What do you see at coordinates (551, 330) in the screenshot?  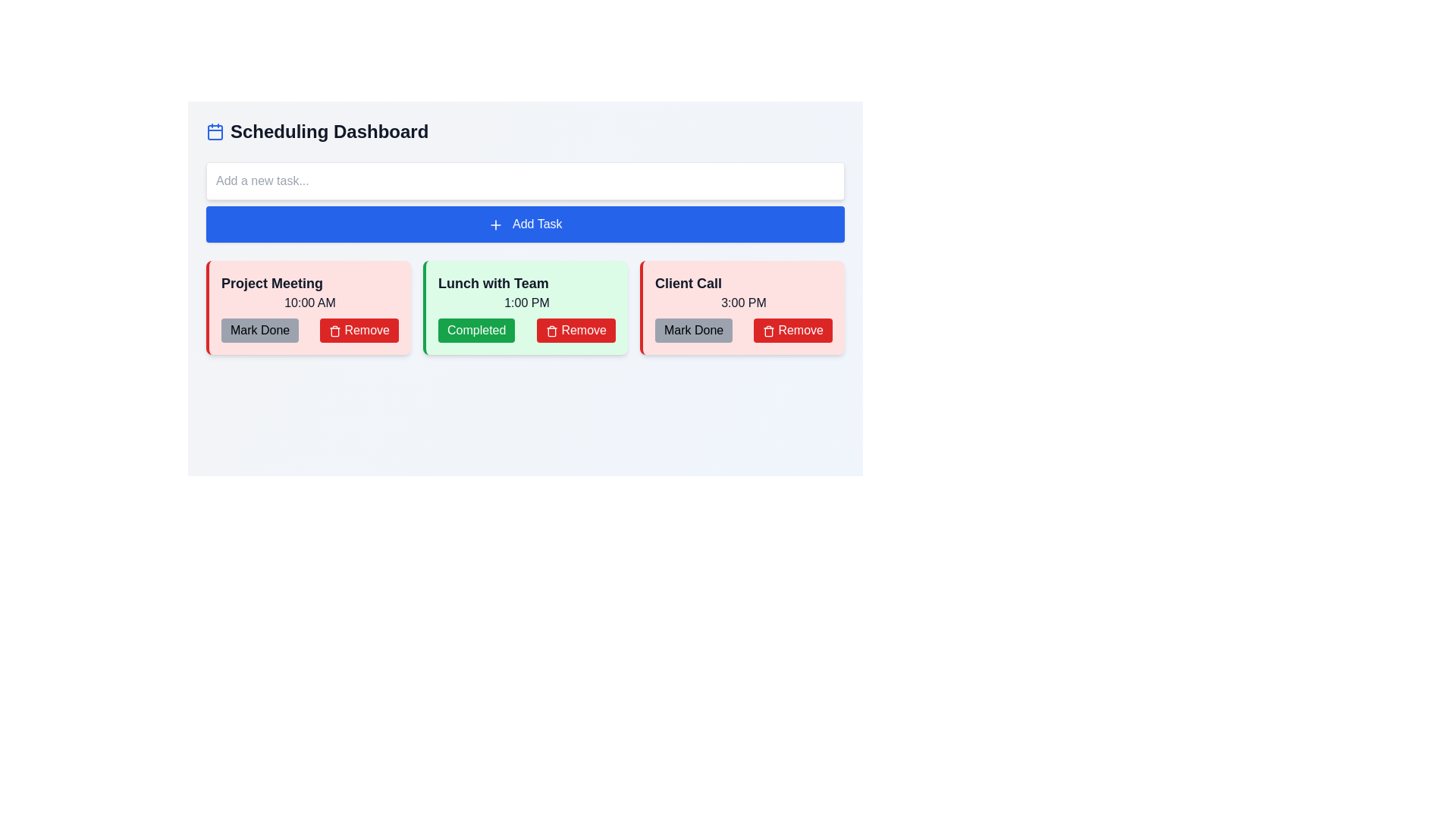 I see `the trash icon within the 'Remove' button for the 'Lunch with Team' card` at bounding box center [551, 330].